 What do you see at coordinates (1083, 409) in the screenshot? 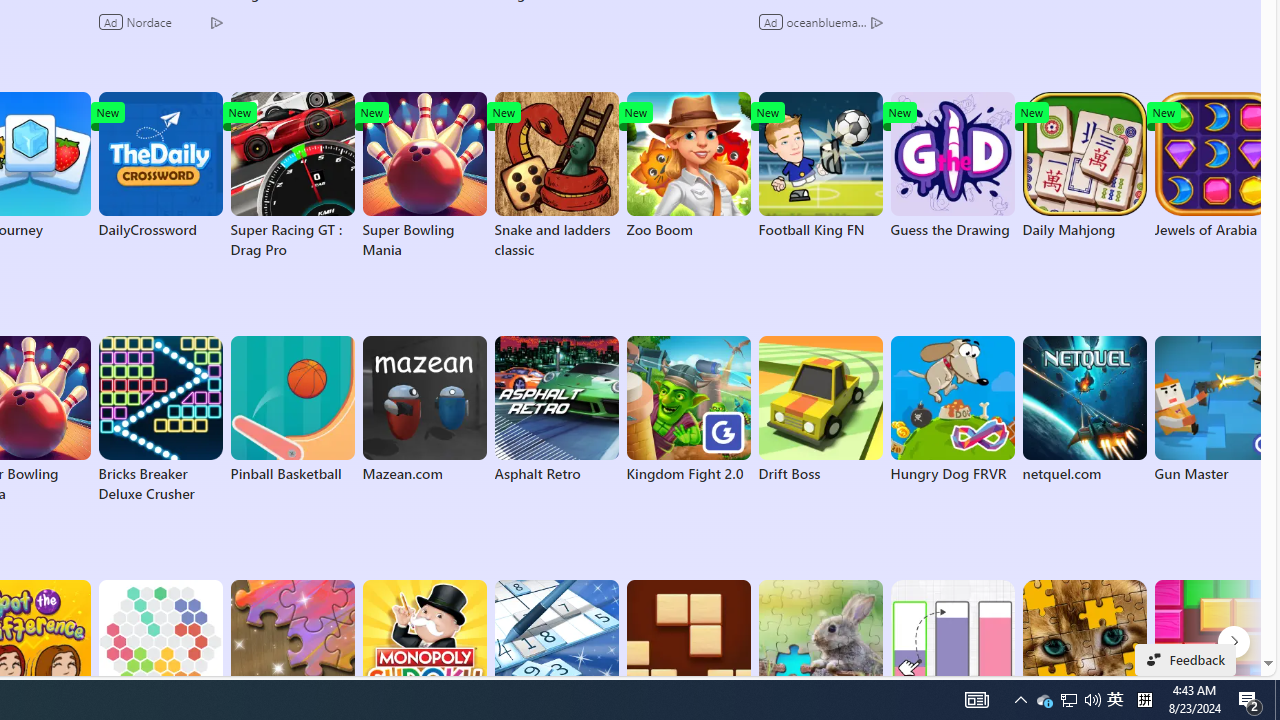
I see `'netquel.com'` at bounding box center [1083, 409].